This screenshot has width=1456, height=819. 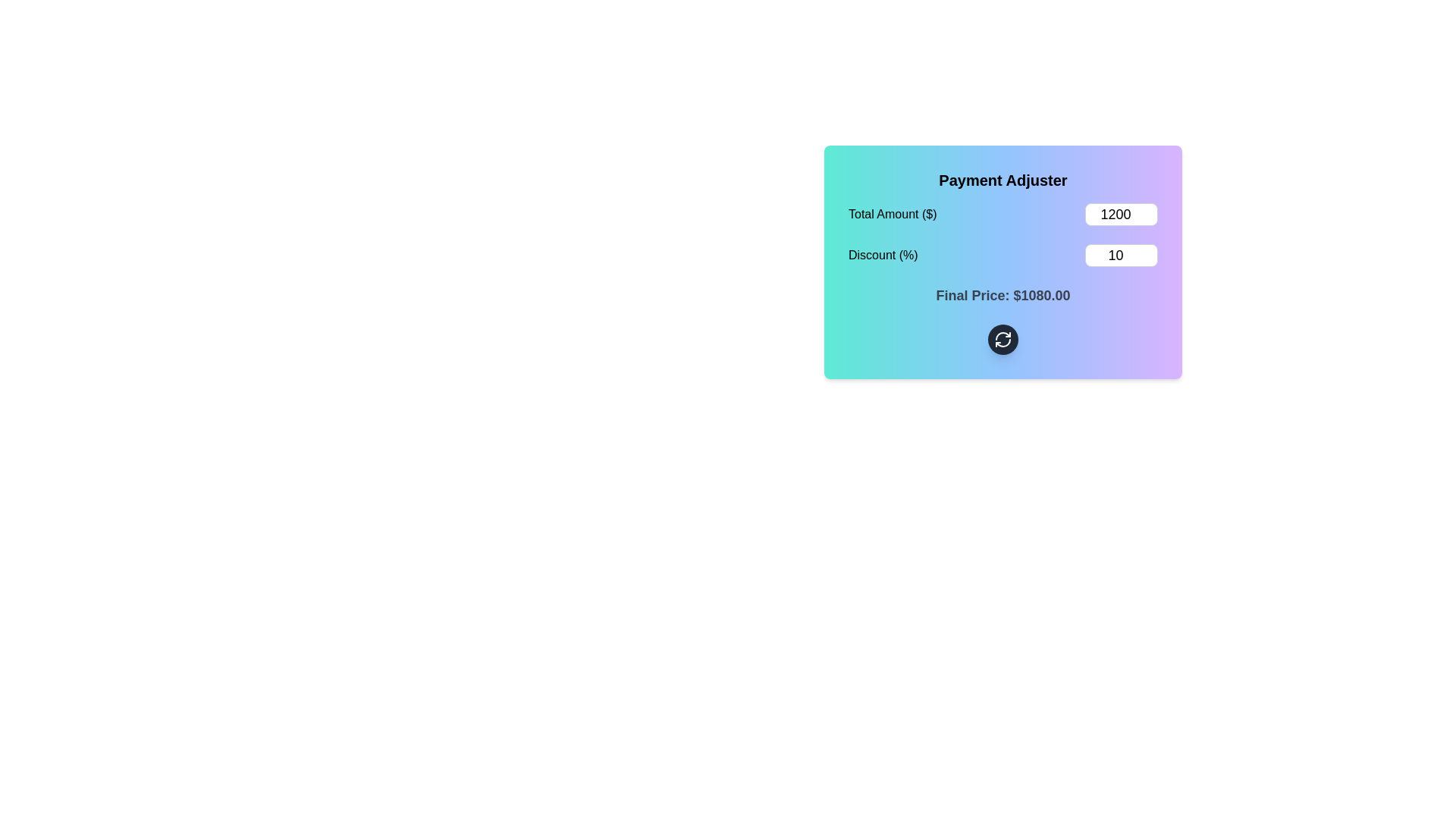 What do you see at coordinates (1121, 214) in the screenshot?
I see `the text input field that displays the numeric value '1200' located to the right of the label 'Total Amount ($)'` at bounding box center [1121, 214].